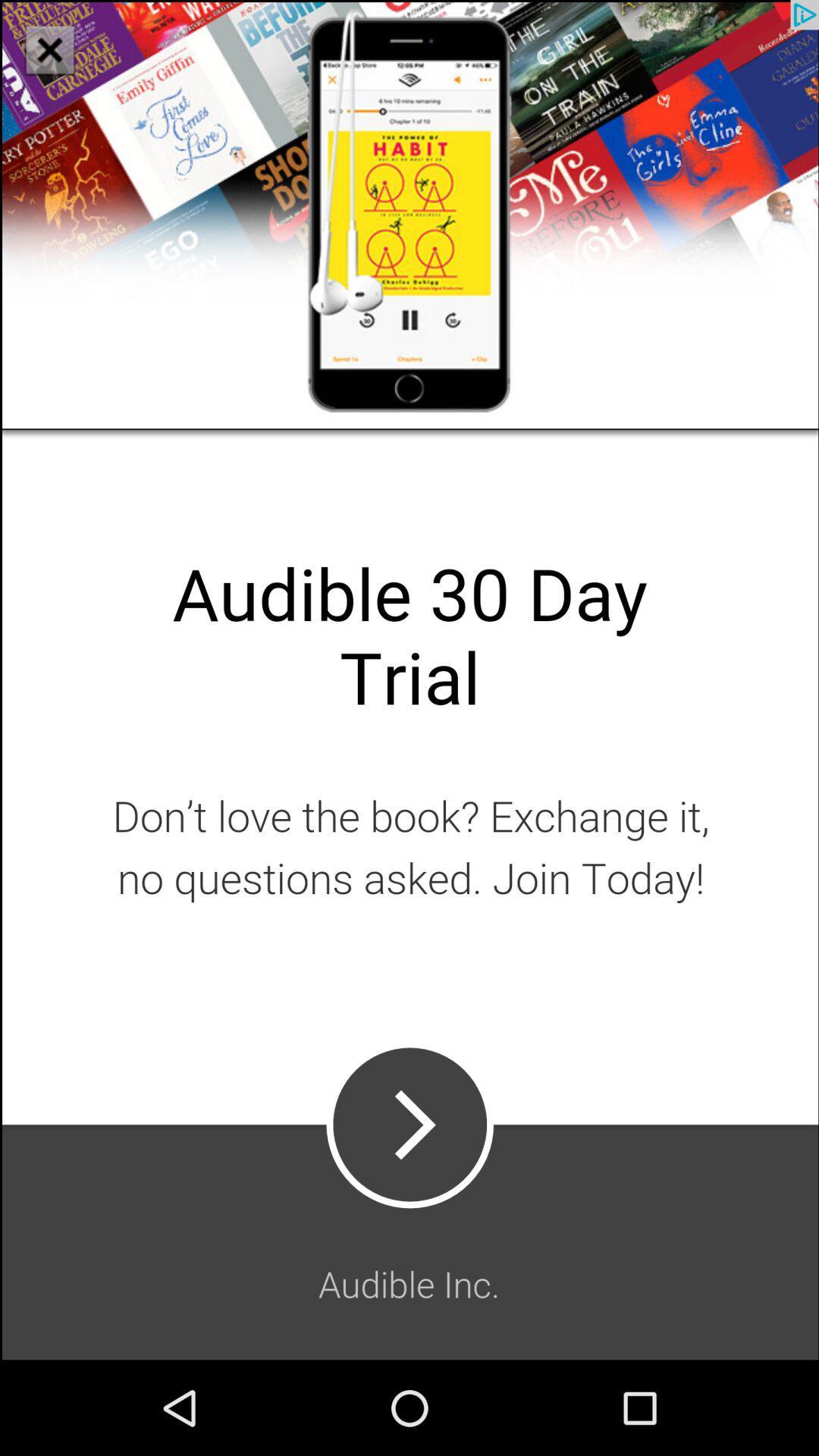 The height and width of the screenshot is (1456, 819). Describe the element at coordinates (49, 53) in the screenshot. I see `the close icon` at that location.